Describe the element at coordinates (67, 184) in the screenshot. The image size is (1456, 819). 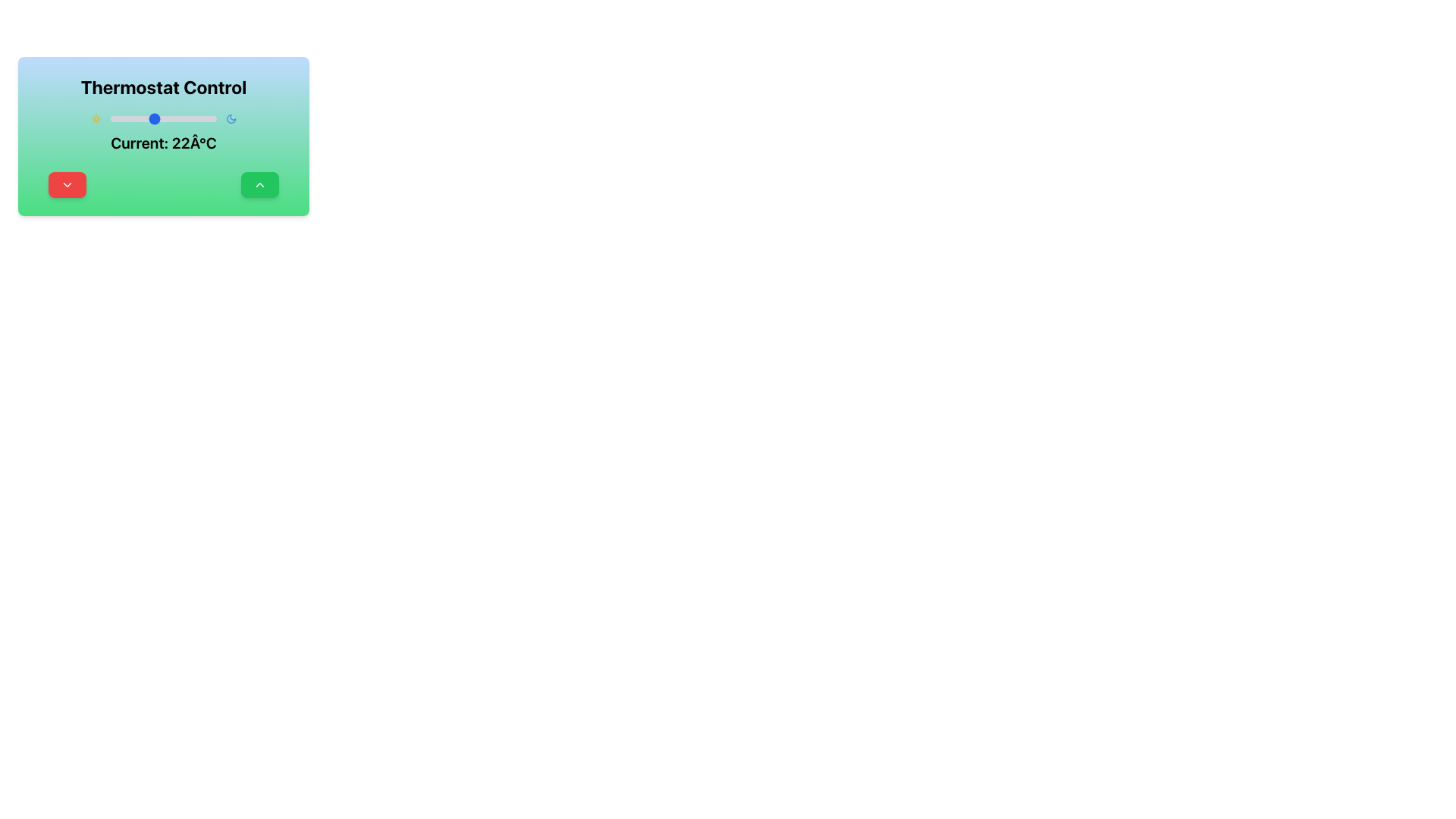
I see `the decrement button located on the left side of the Thermostat Control section to observe the hover state changes` at that location.